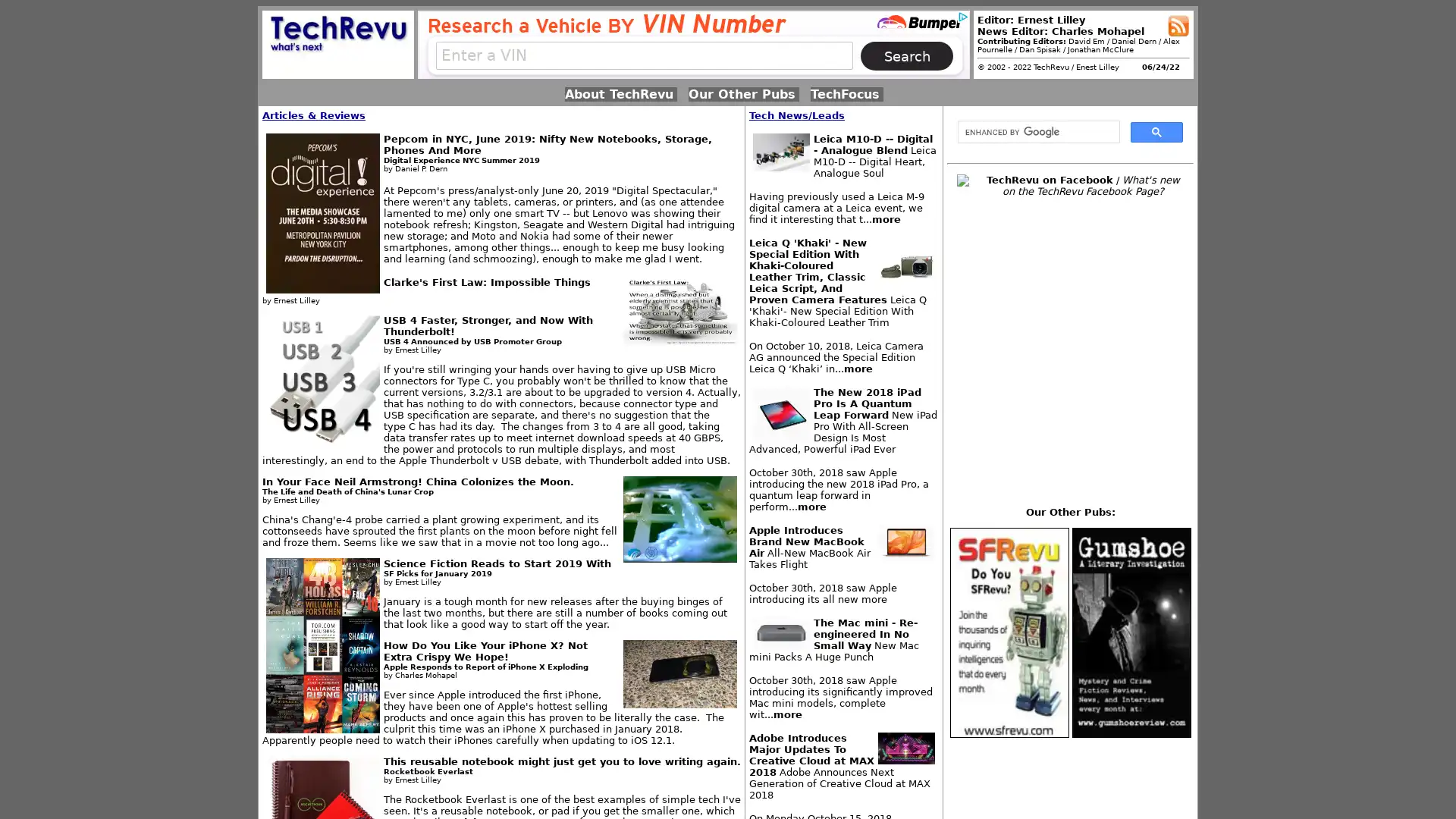  Describe the element at coordinates (1156, 130) in the screenshot. I see `search` at that location.